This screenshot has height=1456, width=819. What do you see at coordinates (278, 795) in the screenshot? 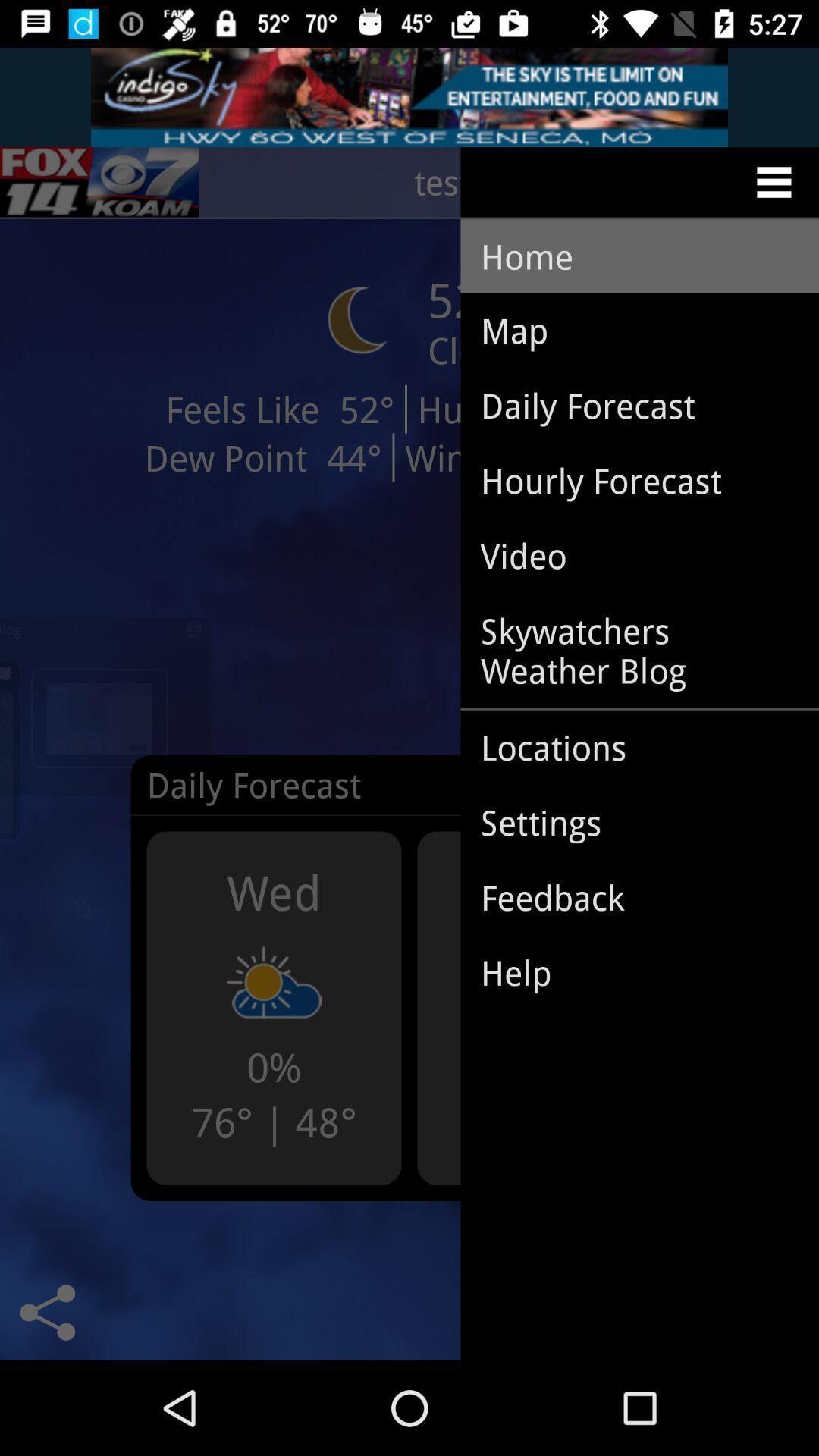
I see `the daily forecaste which is below the wed` at bounding box center [278, 795].